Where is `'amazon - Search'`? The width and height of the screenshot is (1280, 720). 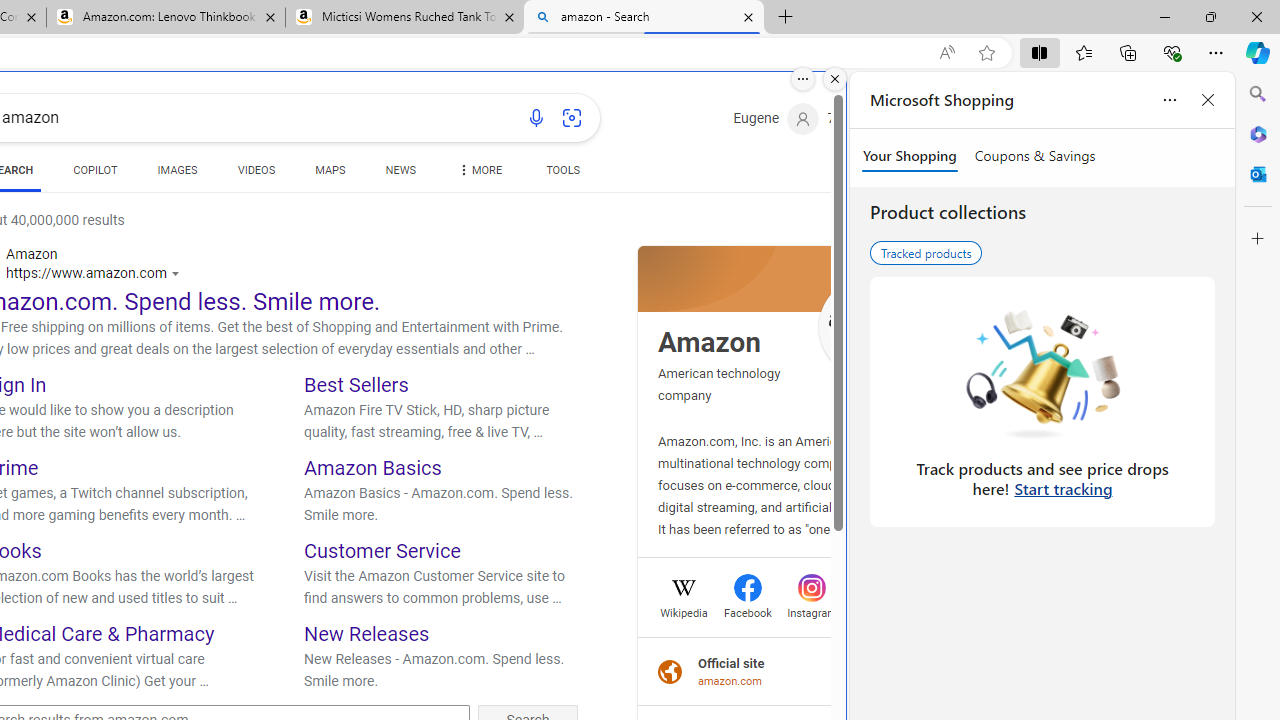 'amazon - Search' is located at coordinates (643, 17).